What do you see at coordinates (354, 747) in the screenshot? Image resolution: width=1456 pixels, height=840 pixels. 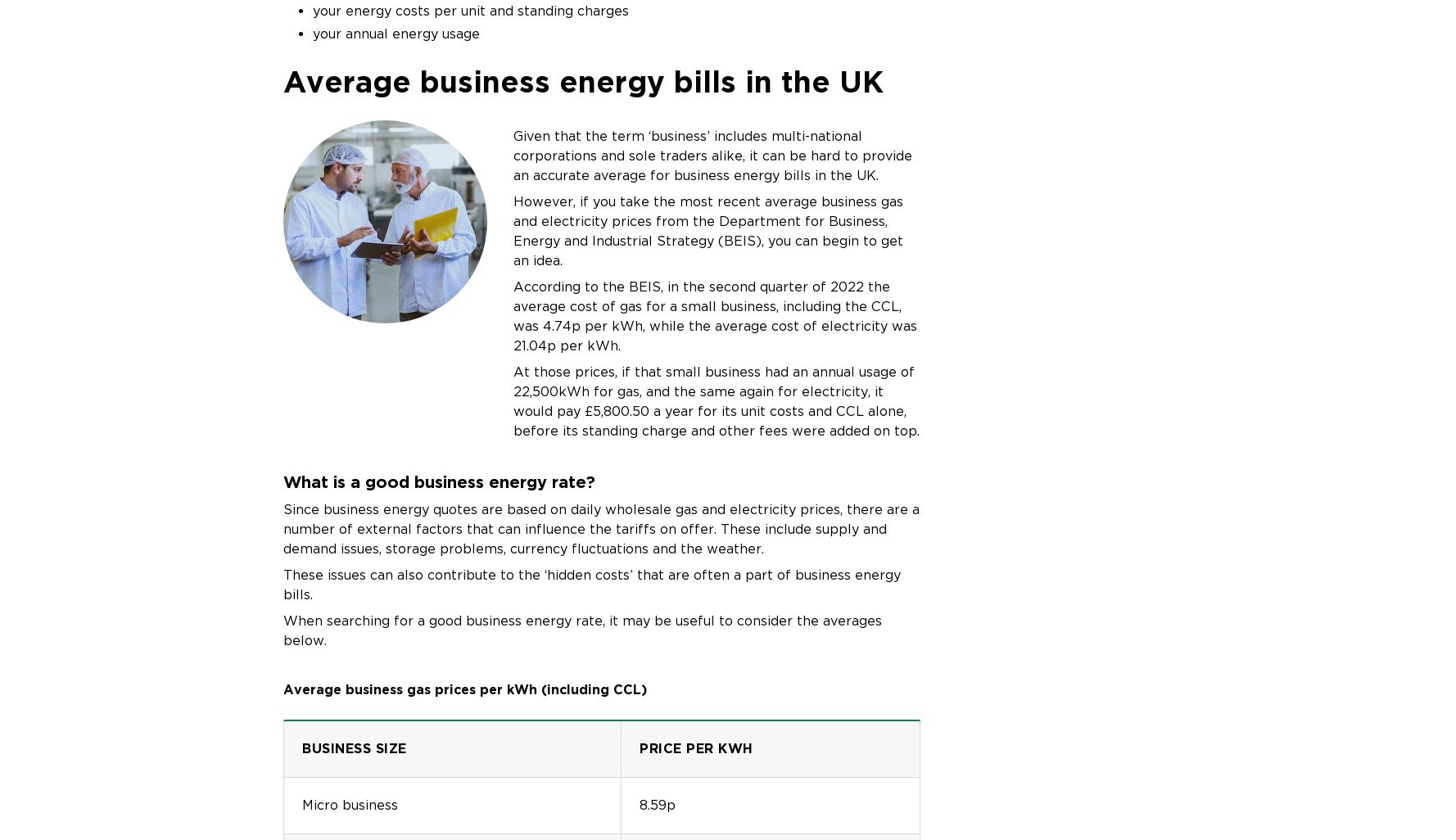 I see `'Business size'` at bounding box center [354, 747].